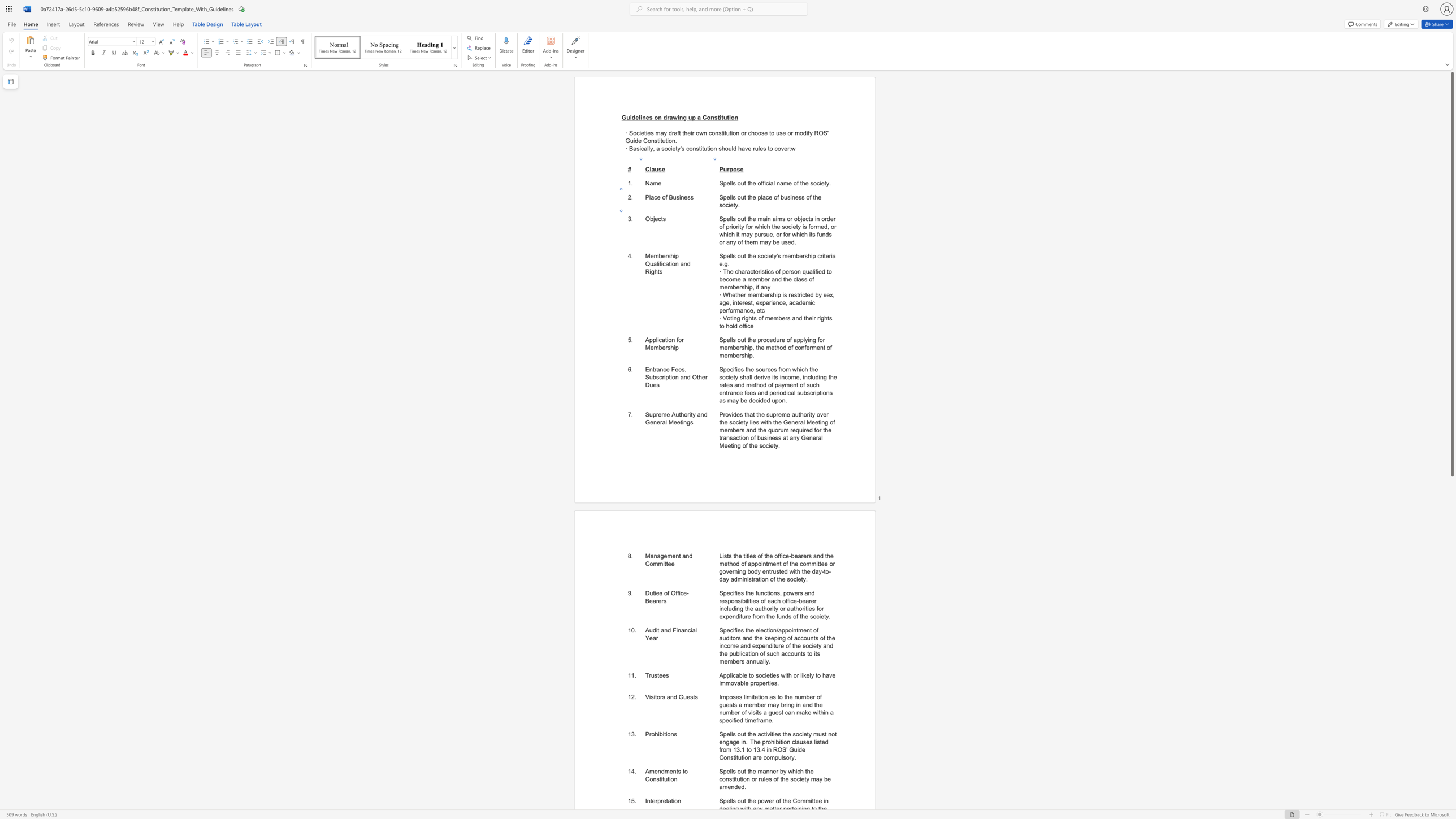 This screenshot has height=819, width=1456. What do you see at coordinates (674, 263) in the screenshot?
I see `the space between the continuous character "o" and "n" in the text` at bounding box center [674, 263].